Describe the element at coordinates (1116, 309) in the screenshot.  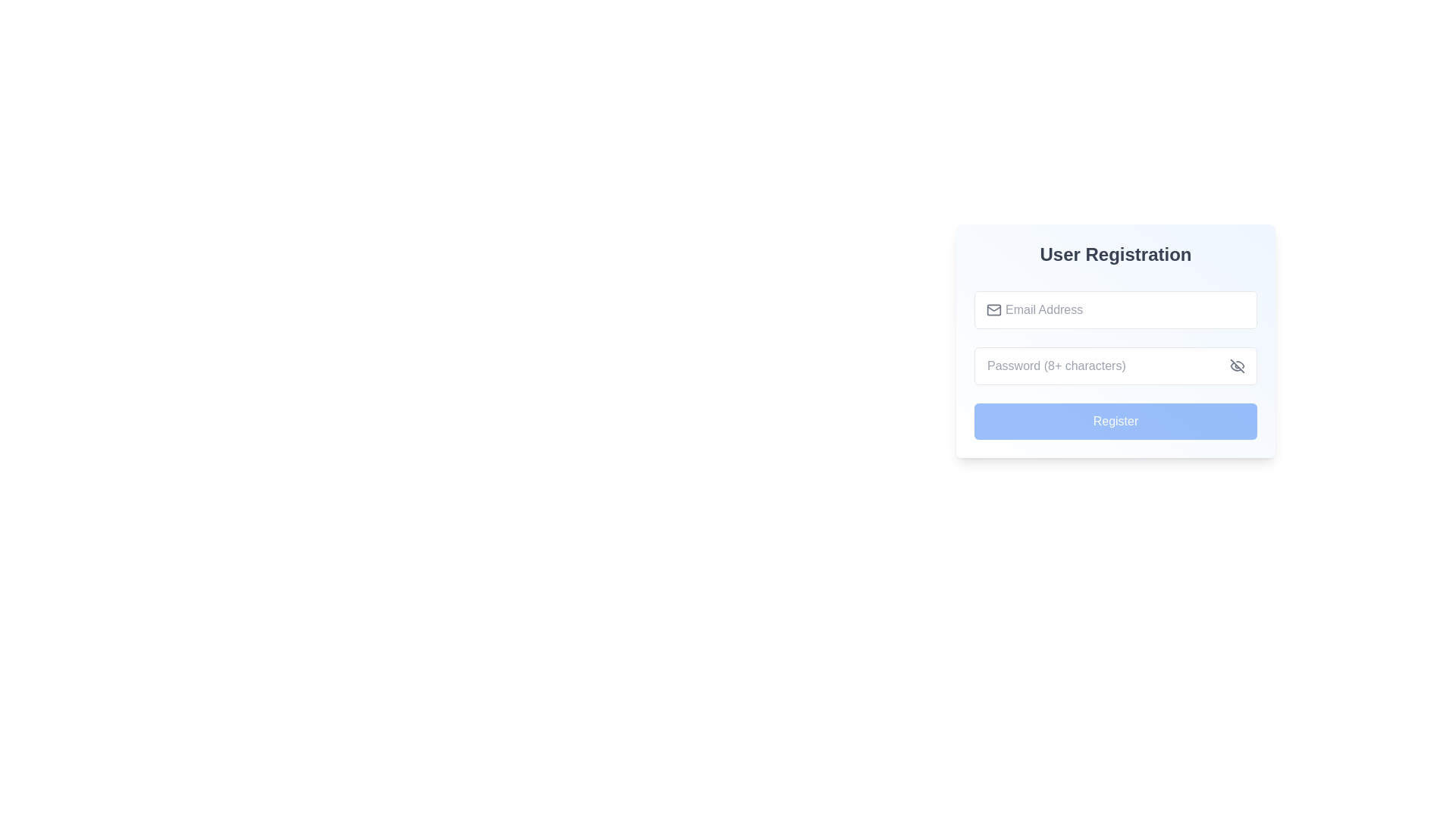
I see `the rounded-corner input field for 'Email Address' within the User Registration form` at that location.